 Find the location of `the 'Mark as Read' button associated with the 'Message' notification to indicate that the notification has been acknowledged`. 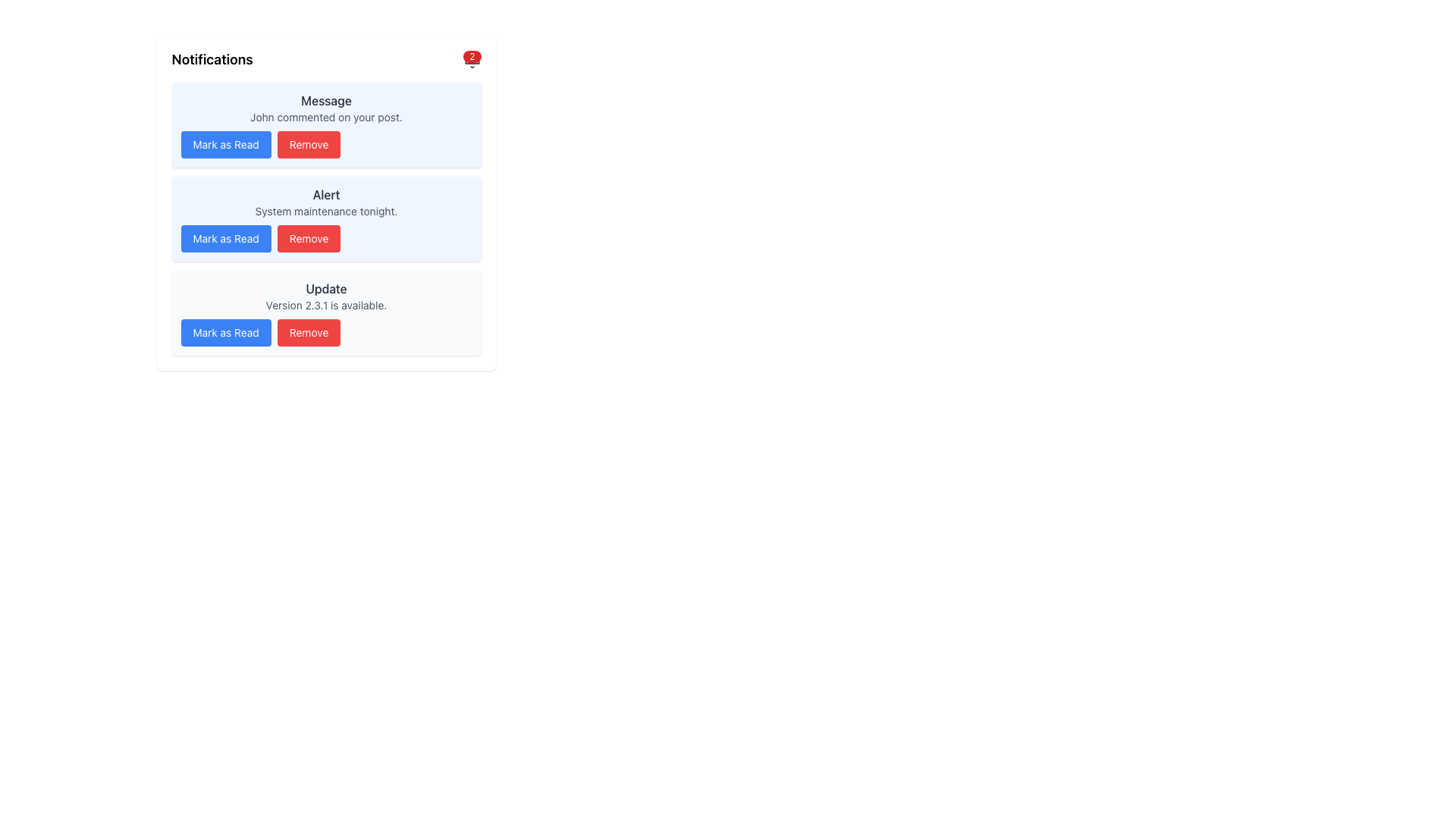

the 'Mark as Read' button associated with the 'Message' notification to indicate that the notification has been acknowledged is located at coordinates (225, 145).